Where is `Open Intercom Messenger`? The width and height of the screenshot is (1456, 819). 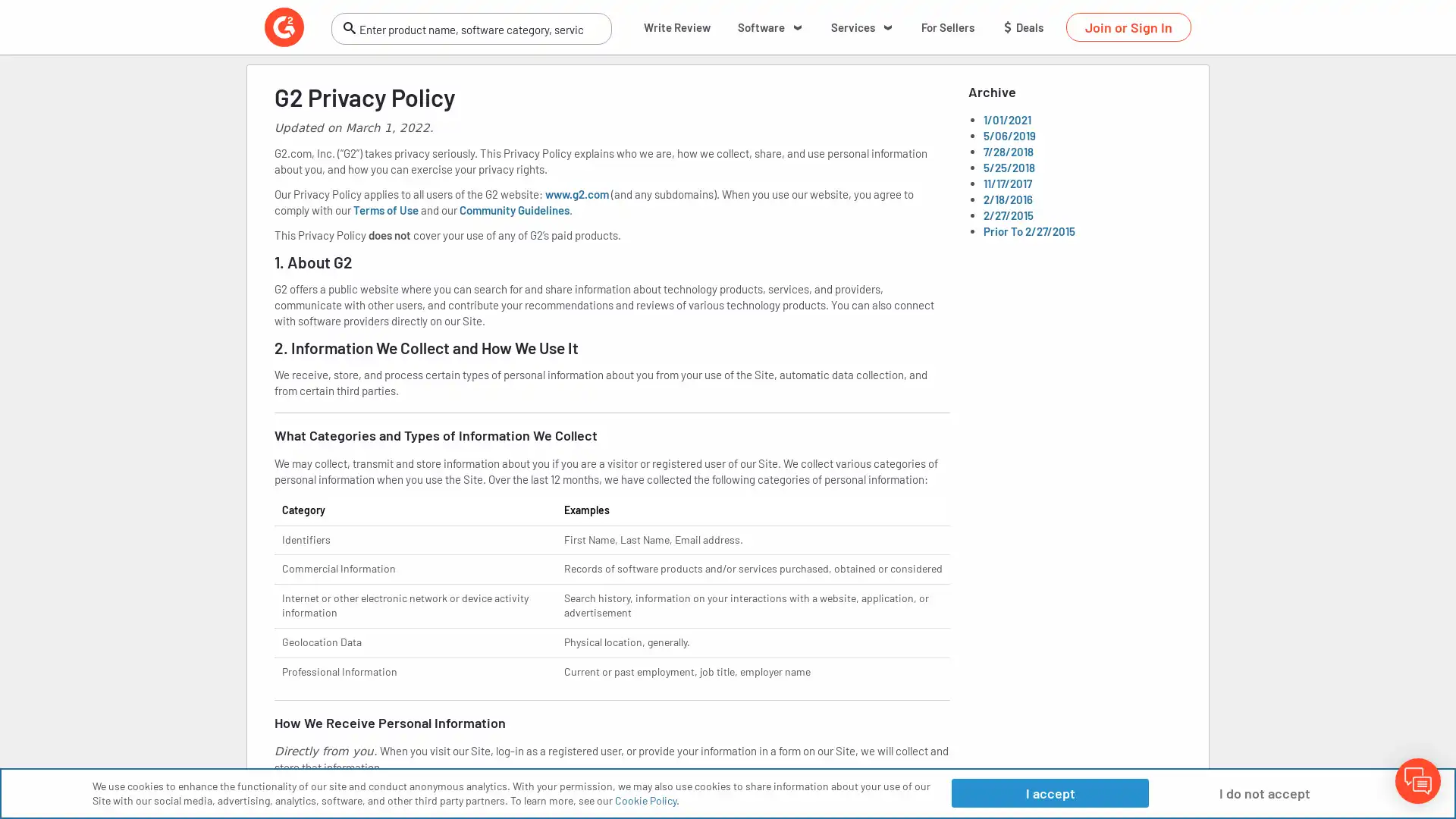
Open Intercom Messenger is located at coordinates (1417, 780).